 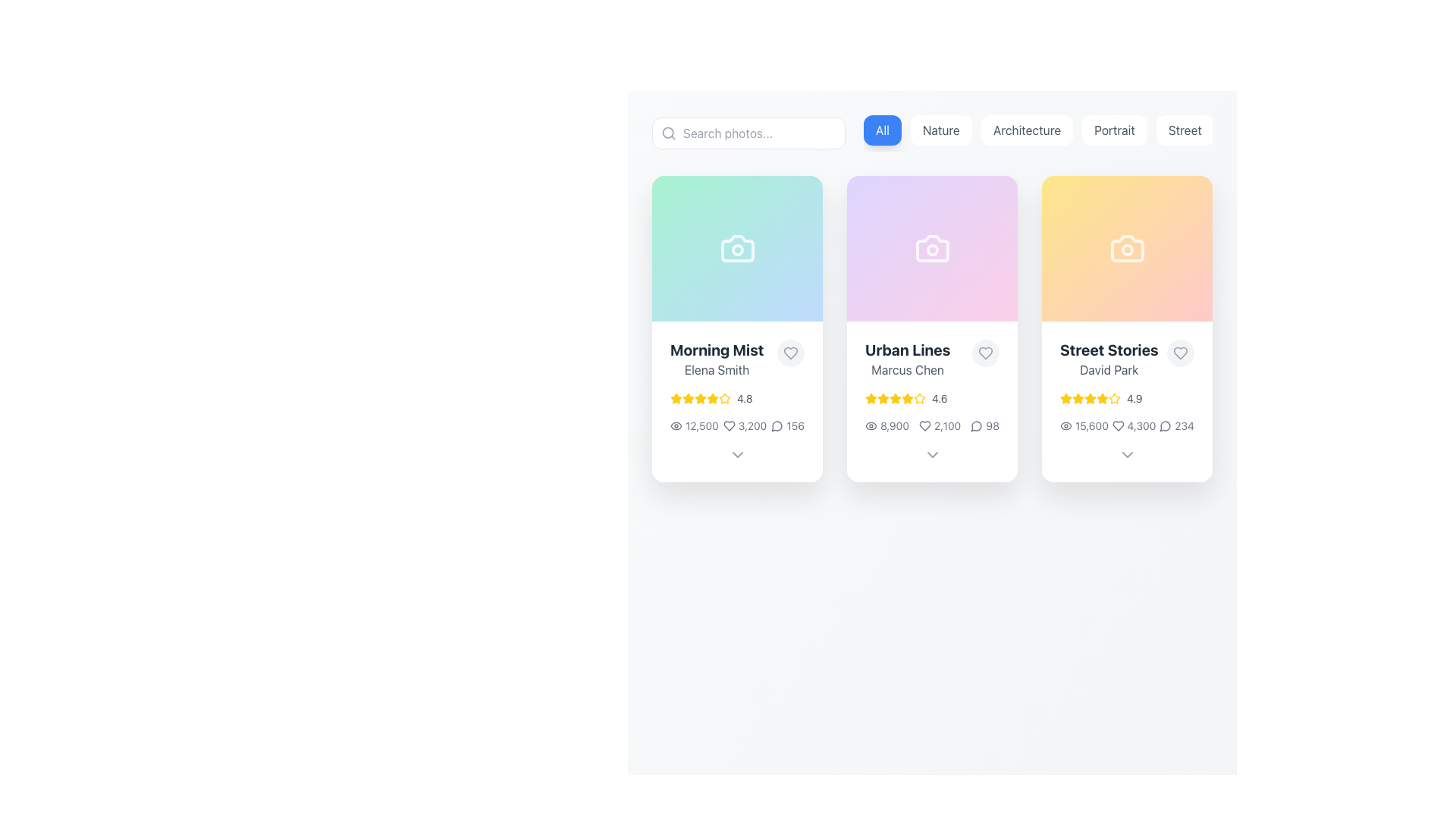 What do you see at coordinates (931, 247) in the screenshot?
I see `the stylized camera icon located centrally within the second card labeled 'Urban Lines' in the main interface` at bounding box center [931, 247].